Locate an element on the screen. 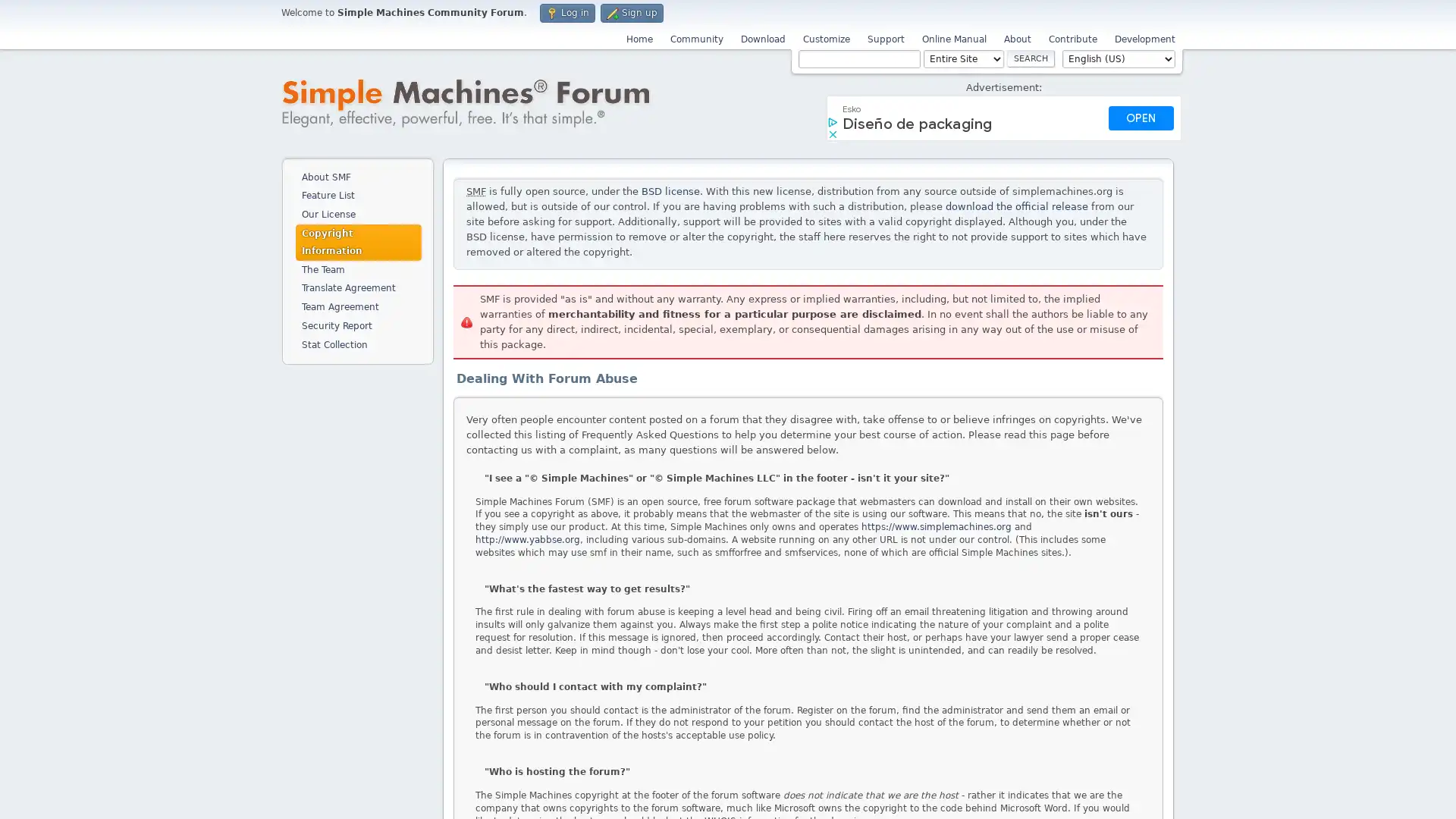 This screenshot has width=1456, height=819. SEARCH is located at coordinates (1031, 58).